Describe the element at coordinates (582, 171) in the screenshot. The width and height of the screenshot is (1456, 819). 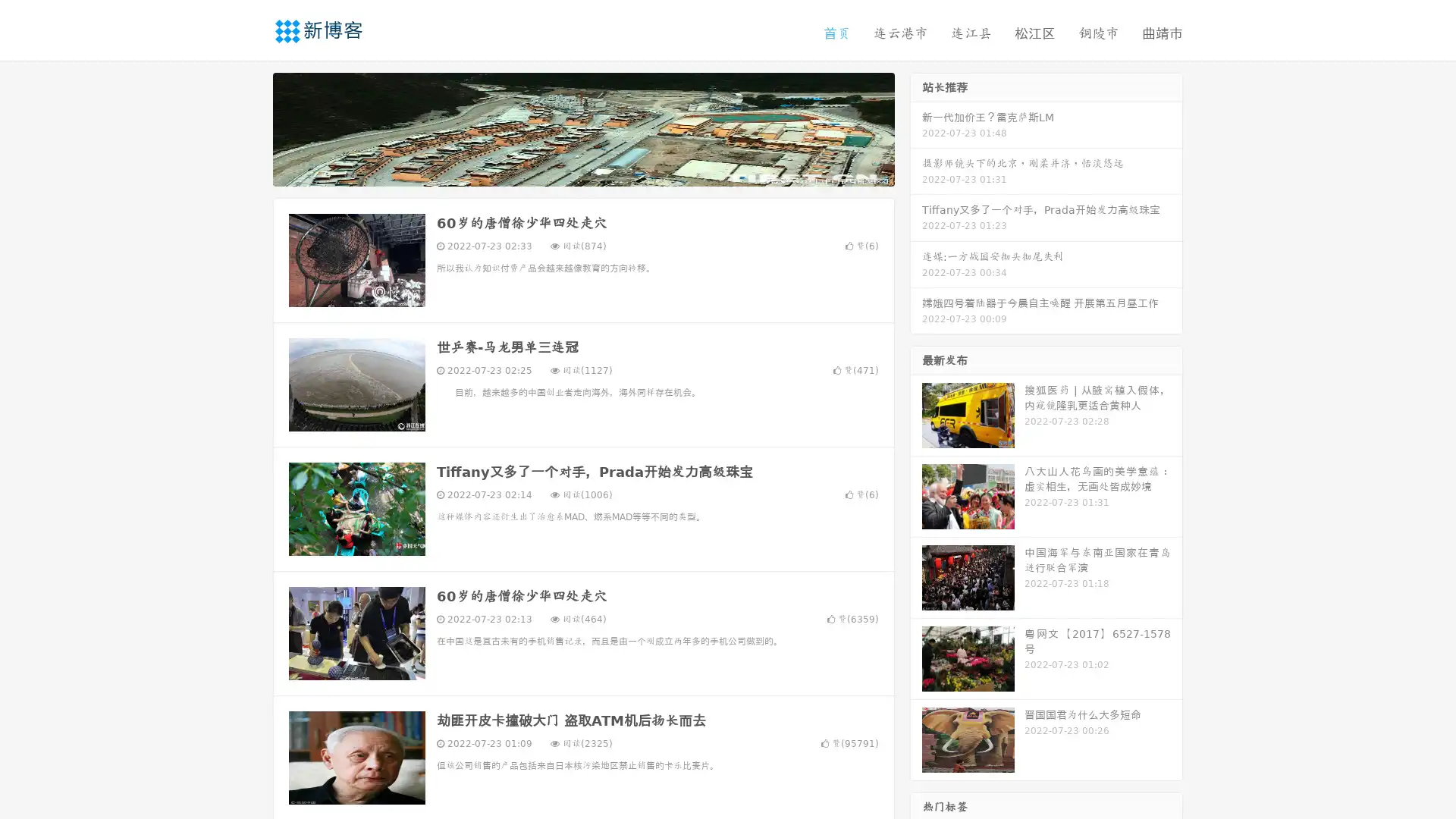
I see `Go to slide 2` at that location.